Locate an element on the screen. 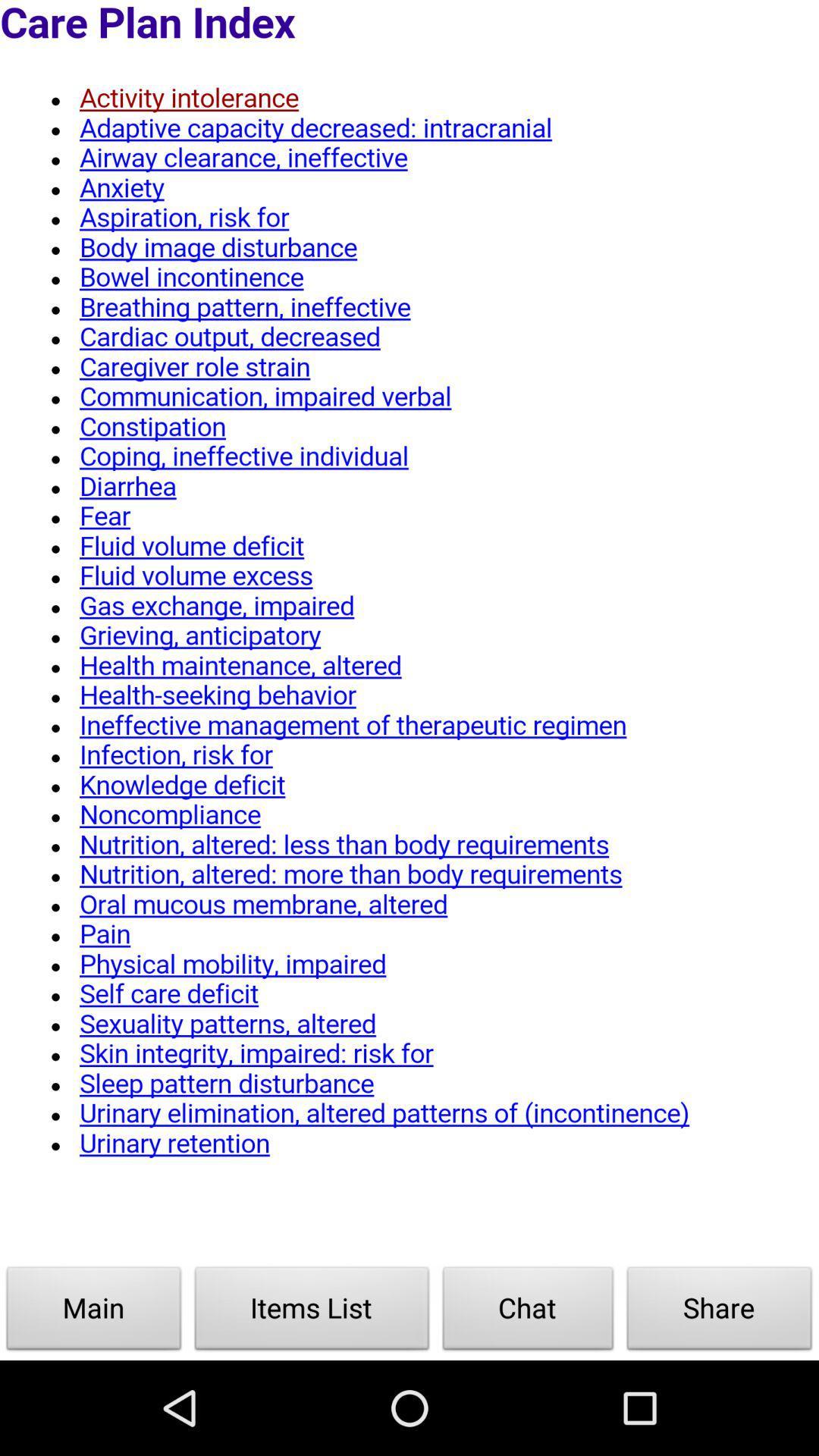 This screenshot has height=1456, width=819. click on the page is located at coordinates (409, 632).